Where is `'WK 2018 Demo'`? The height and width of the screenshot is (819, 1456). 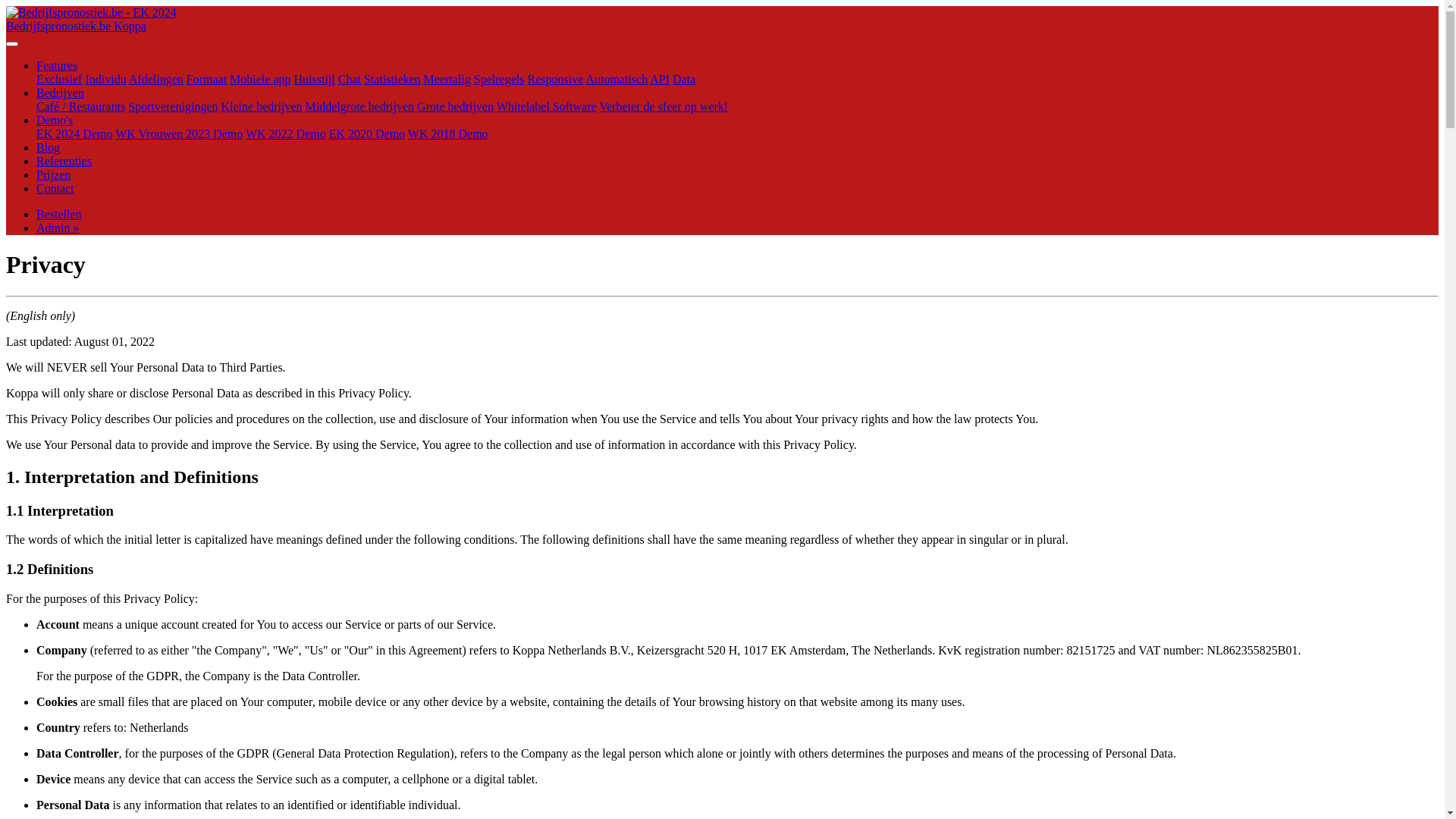 'WK 2018 Demo' is located at coordinates (447, 133).